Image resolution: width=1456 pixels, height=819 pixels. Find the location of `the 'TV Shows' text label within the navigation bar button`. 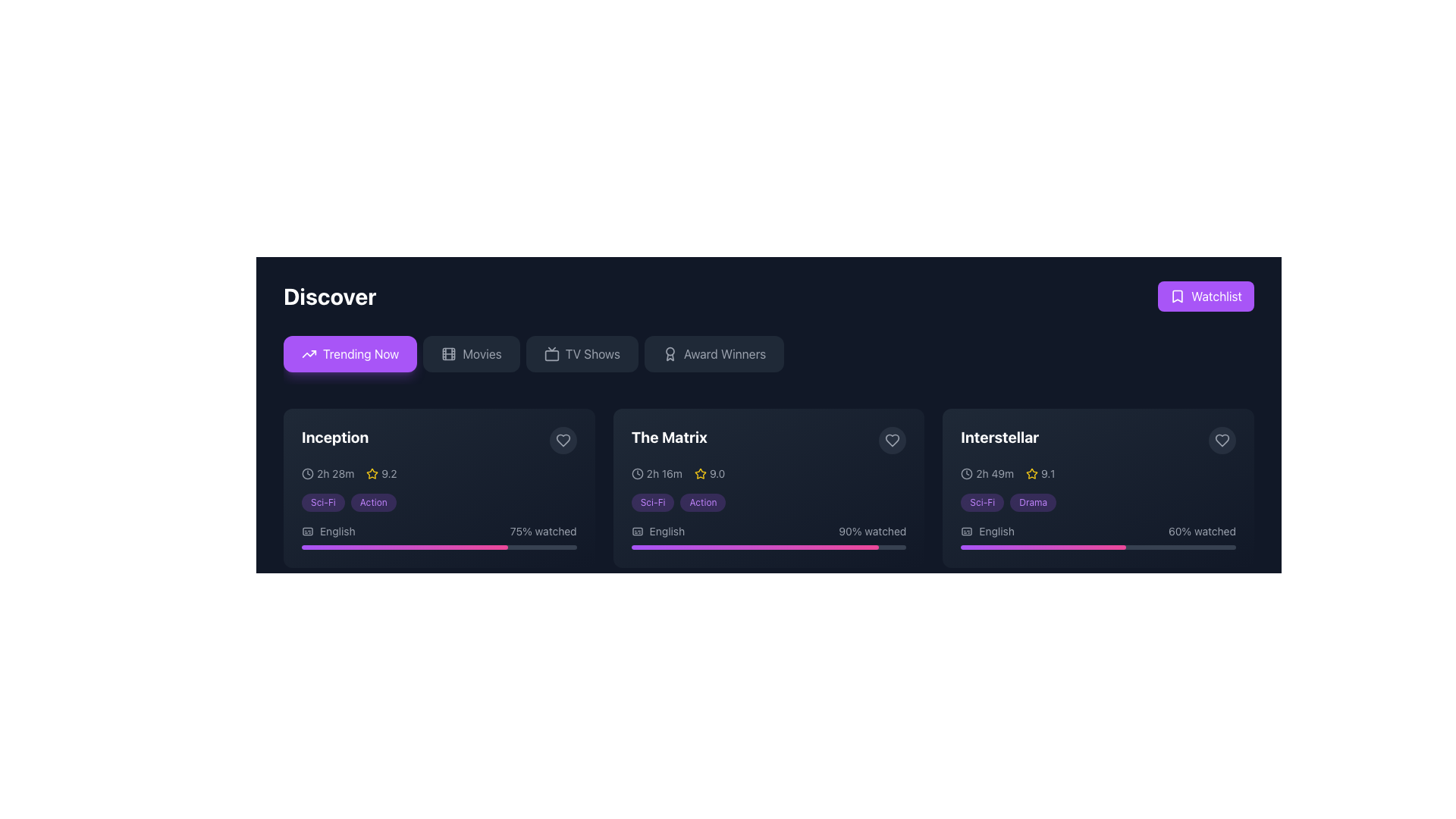

the 'TV Shows' text label within the navigation bar button is located at coordinates (591, 353).